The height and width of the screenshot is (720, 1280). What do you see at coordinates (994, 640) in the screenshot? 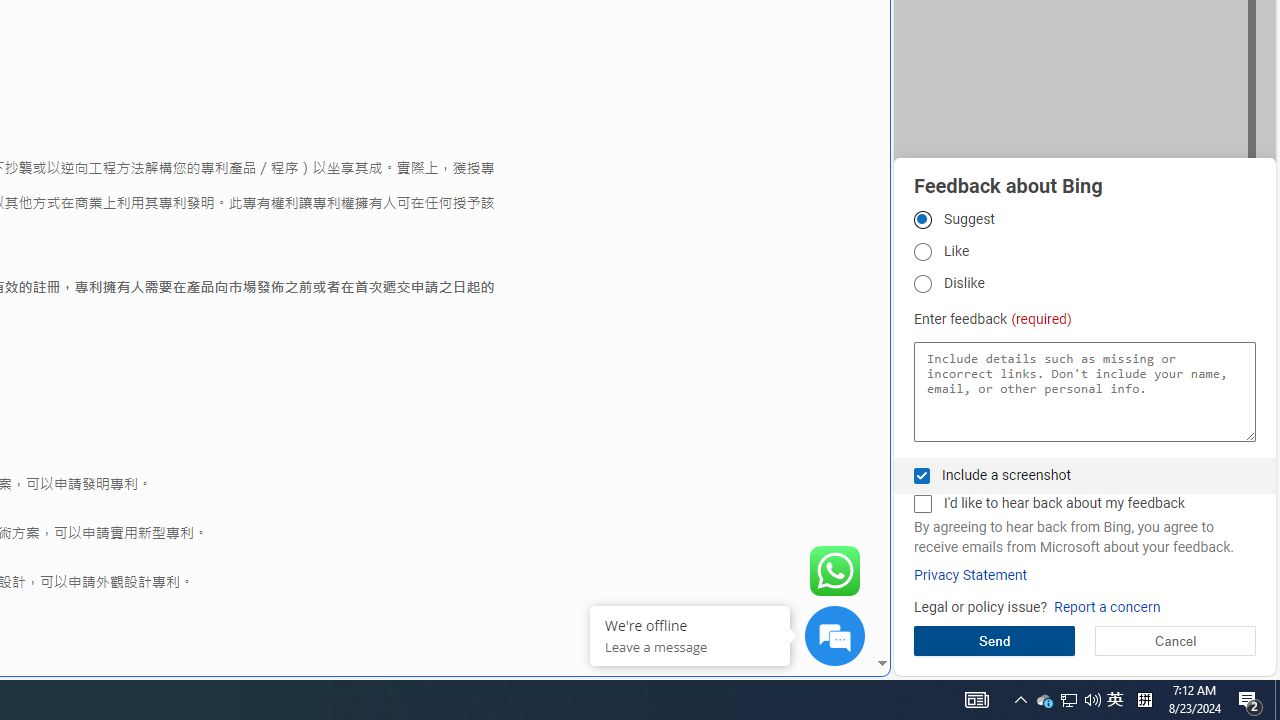
I see `'Send'` at bounding box center [994, 640].